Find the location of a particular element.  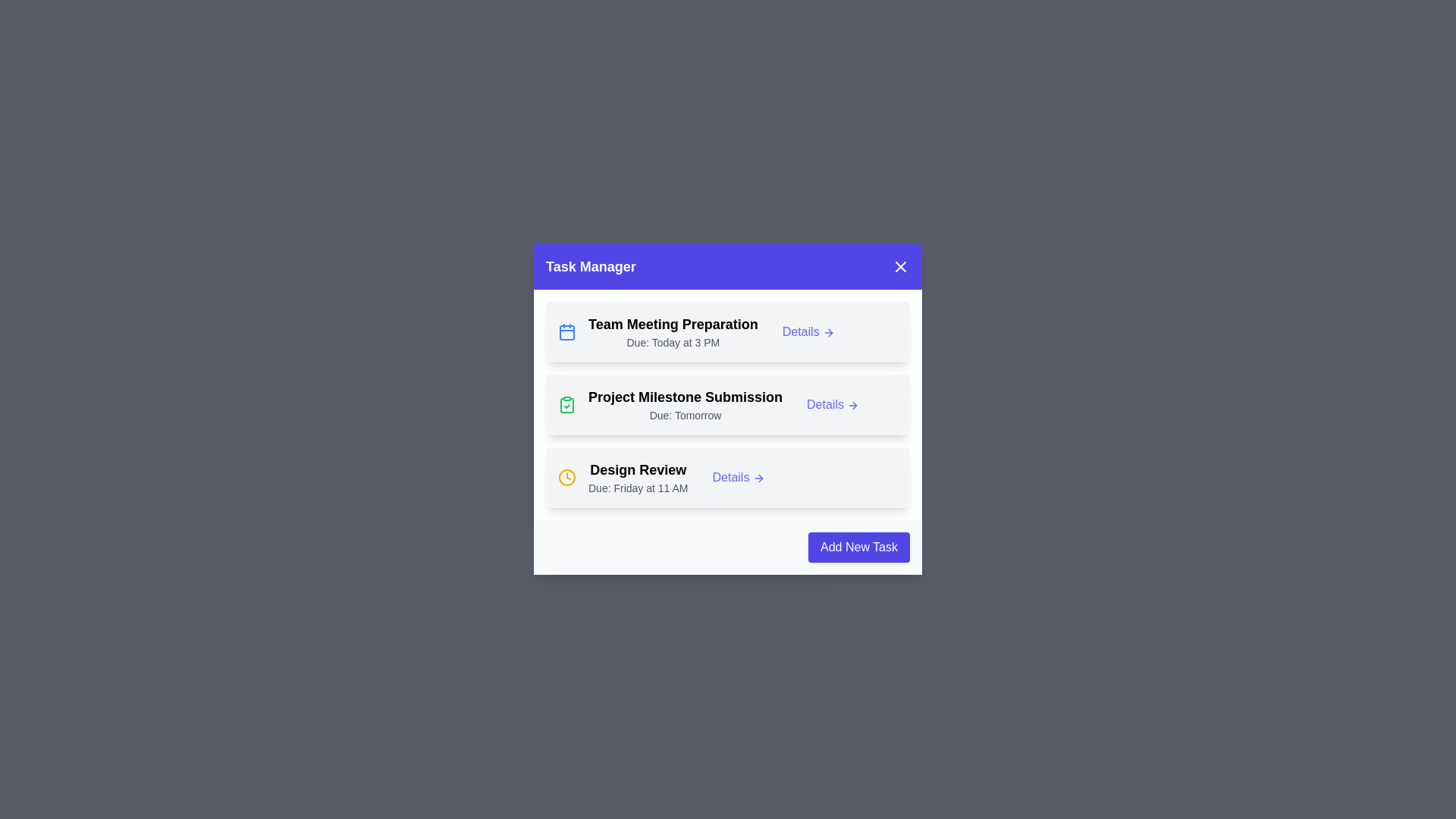

the circular clock icon with a yellow outline located in the 'Design Review' section, positioned next to the text 'Design Review' is located at coordinates (566, 476).